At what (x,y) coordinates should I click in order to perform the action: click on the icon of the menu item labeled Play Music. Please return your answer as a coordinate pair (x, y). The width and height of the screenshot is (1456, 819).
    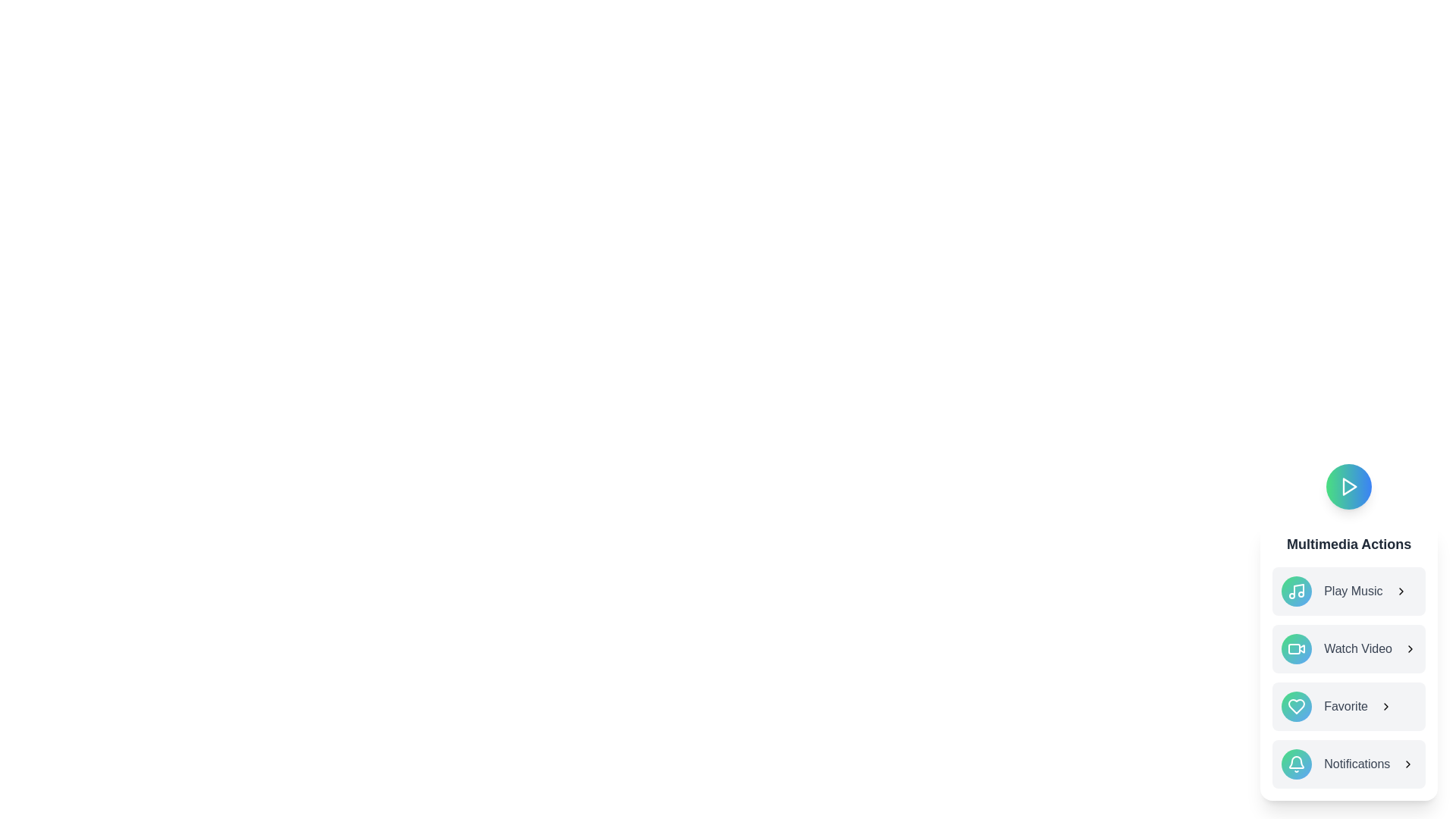
    Looking at the image, I should click on (1296, 590).